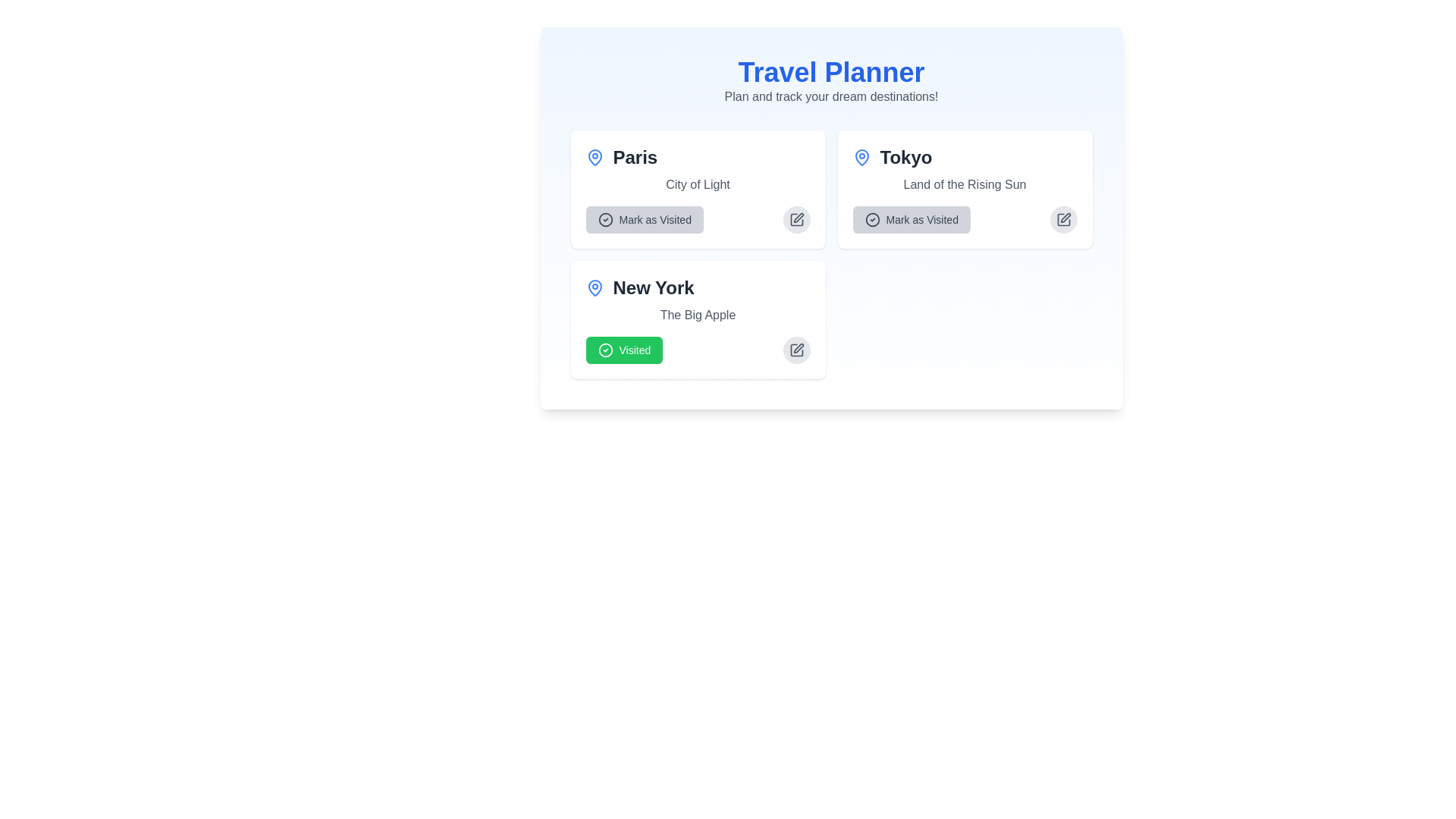  Describe the element at coordinates (1062, 219) in the screenshot. I see `the circular button with a light gray background and a pen icon located in the top-right corner of the 'Mark as Visited' section for 'Tokyo'` at that location.